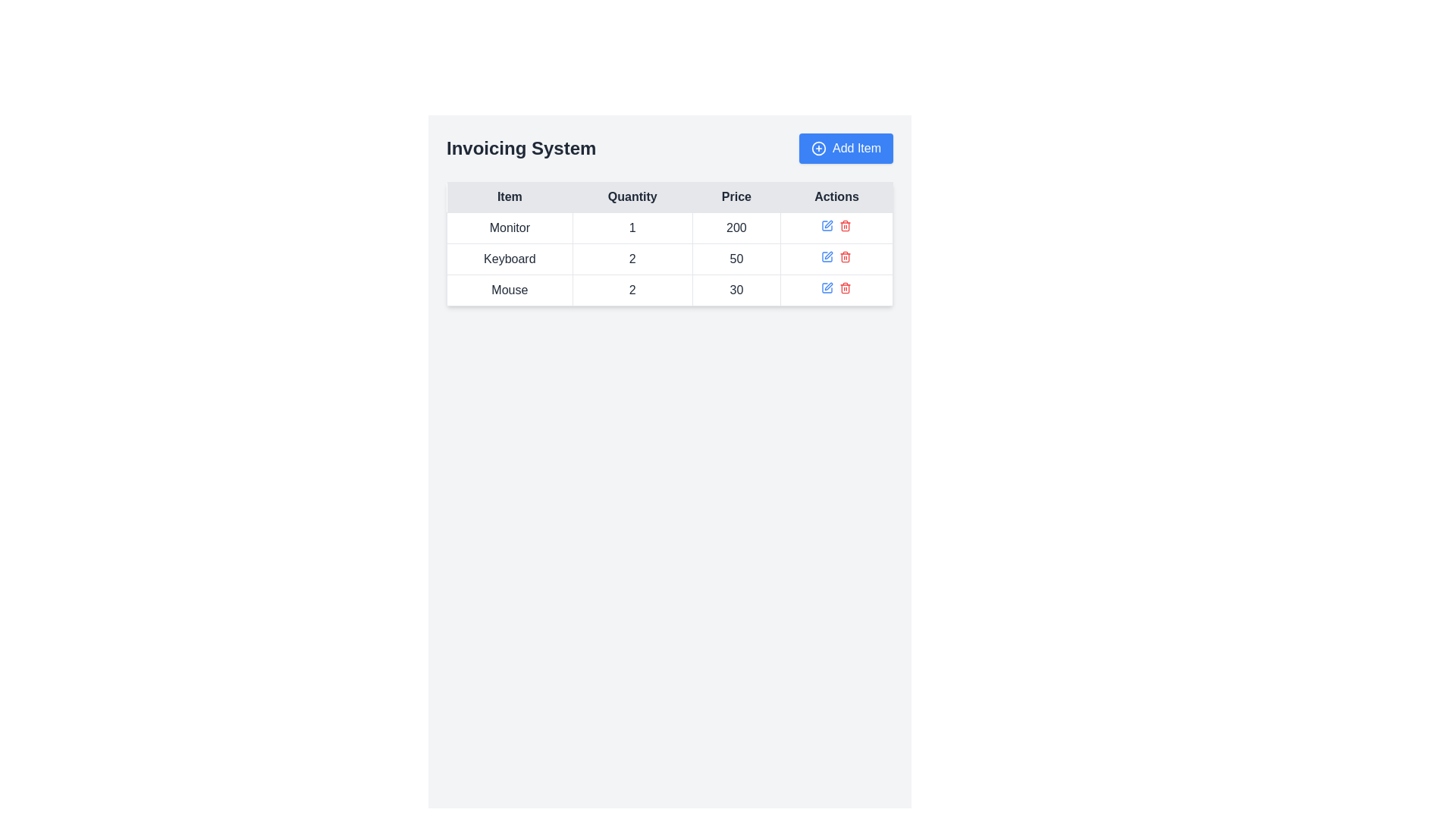 The width and height of the screenshot is (1456, 819). I want to click on inside the fourth cell of the second row in the table under the 'Actions' header, which corresponds to the item 'Keyboard', to focus it, so click(836, 259).